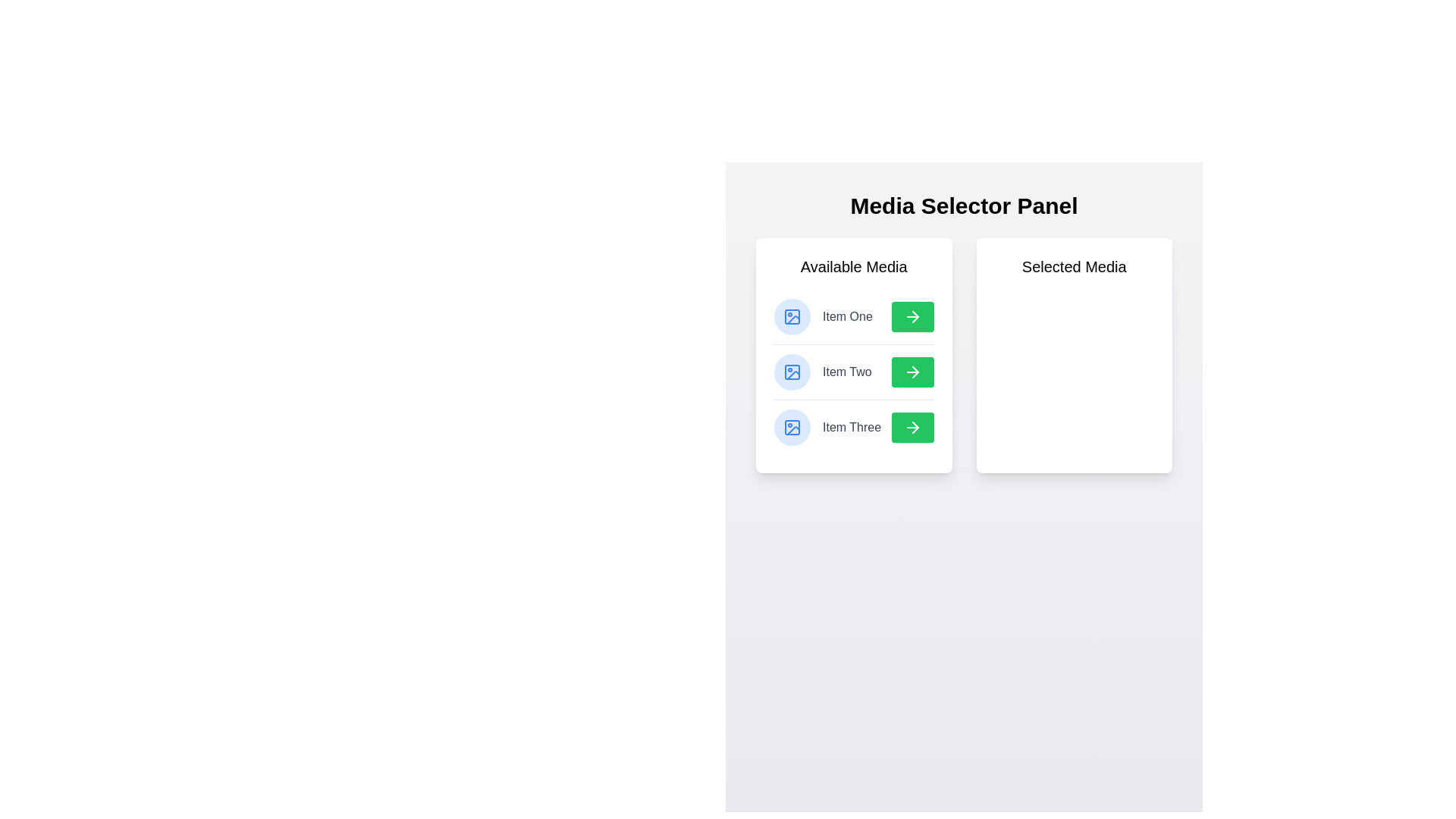  What do you see at coordinates (792, 427) in the screenshot?
I see `the small rectangle with rounded corners inside the graphic icon representing the mountain and sun motif, located in the 'Available Media' section for 'Item One'` at bounding box center [792, 427].